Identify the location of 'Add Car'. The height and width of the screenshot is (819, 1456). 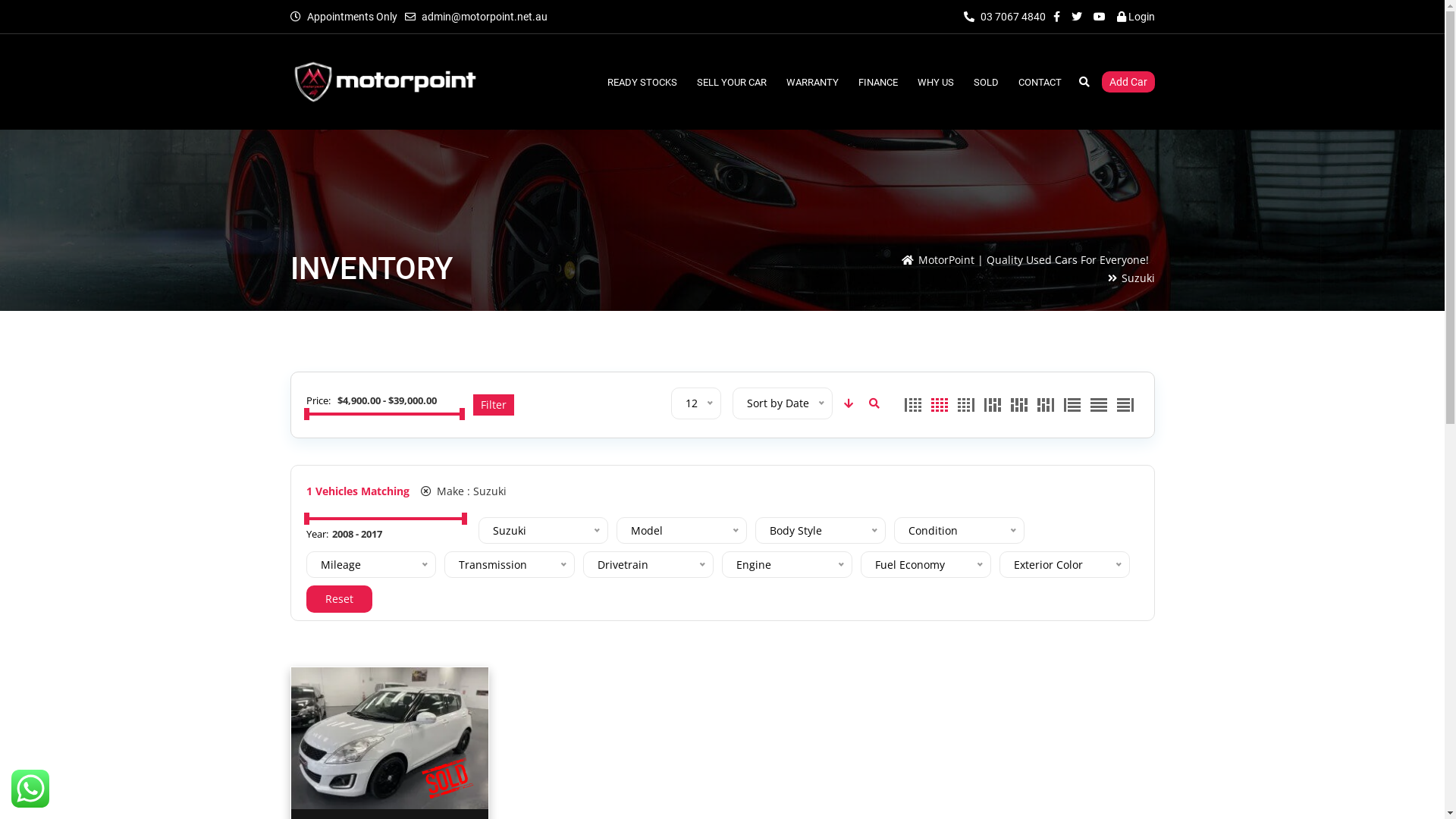
(1128, 82).